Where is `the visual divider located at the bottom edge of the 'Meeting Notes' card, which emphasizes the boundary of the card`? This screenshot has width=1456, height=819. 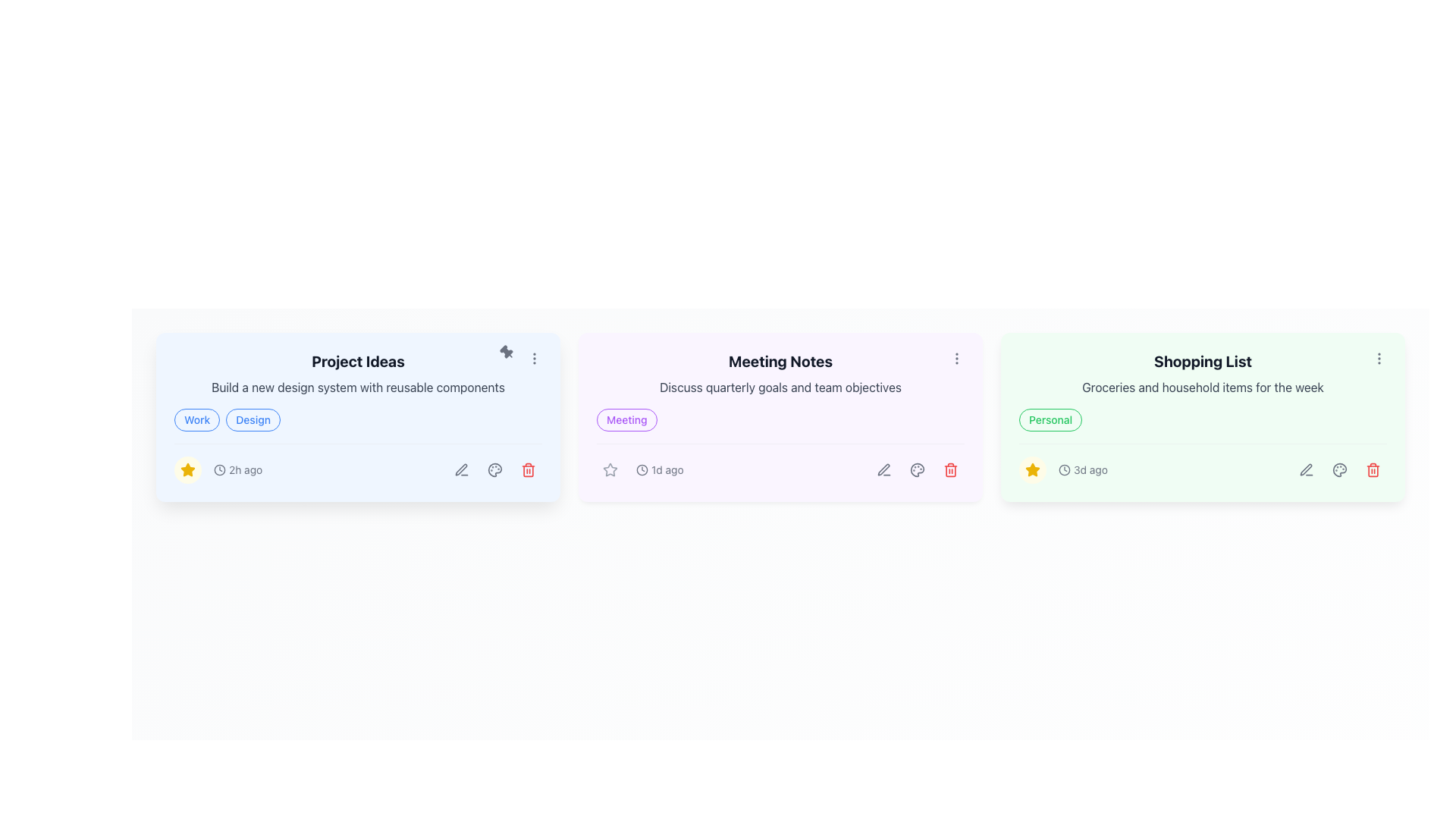 the visual divider located at the bottom edge of the 'Meeting Notes' card, which emphasizes the boundary of the card is located at coordinates (780, 500).